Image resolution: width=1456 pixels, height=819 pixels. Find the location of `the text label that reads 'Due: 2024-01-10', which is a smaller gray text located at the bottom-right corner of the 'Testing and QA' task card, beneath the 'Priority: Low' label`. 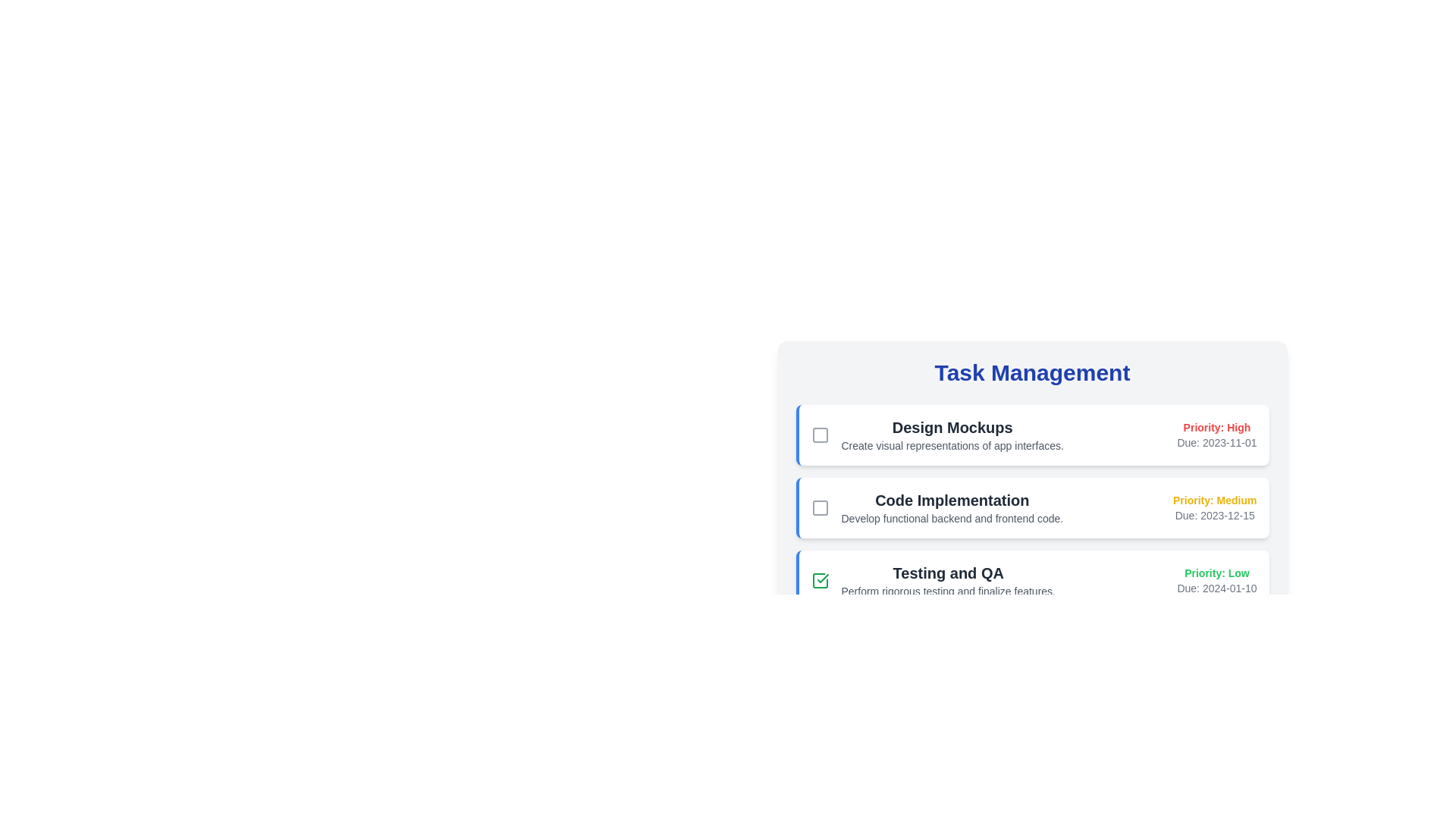

the text label that reads 'Due: 2024-01-10', which is a smaller gray text located at the bottom-right corner of the 'Testing and QA' task card, beneath the 'Priority: Low' label is located at coordinates (1216, 587).